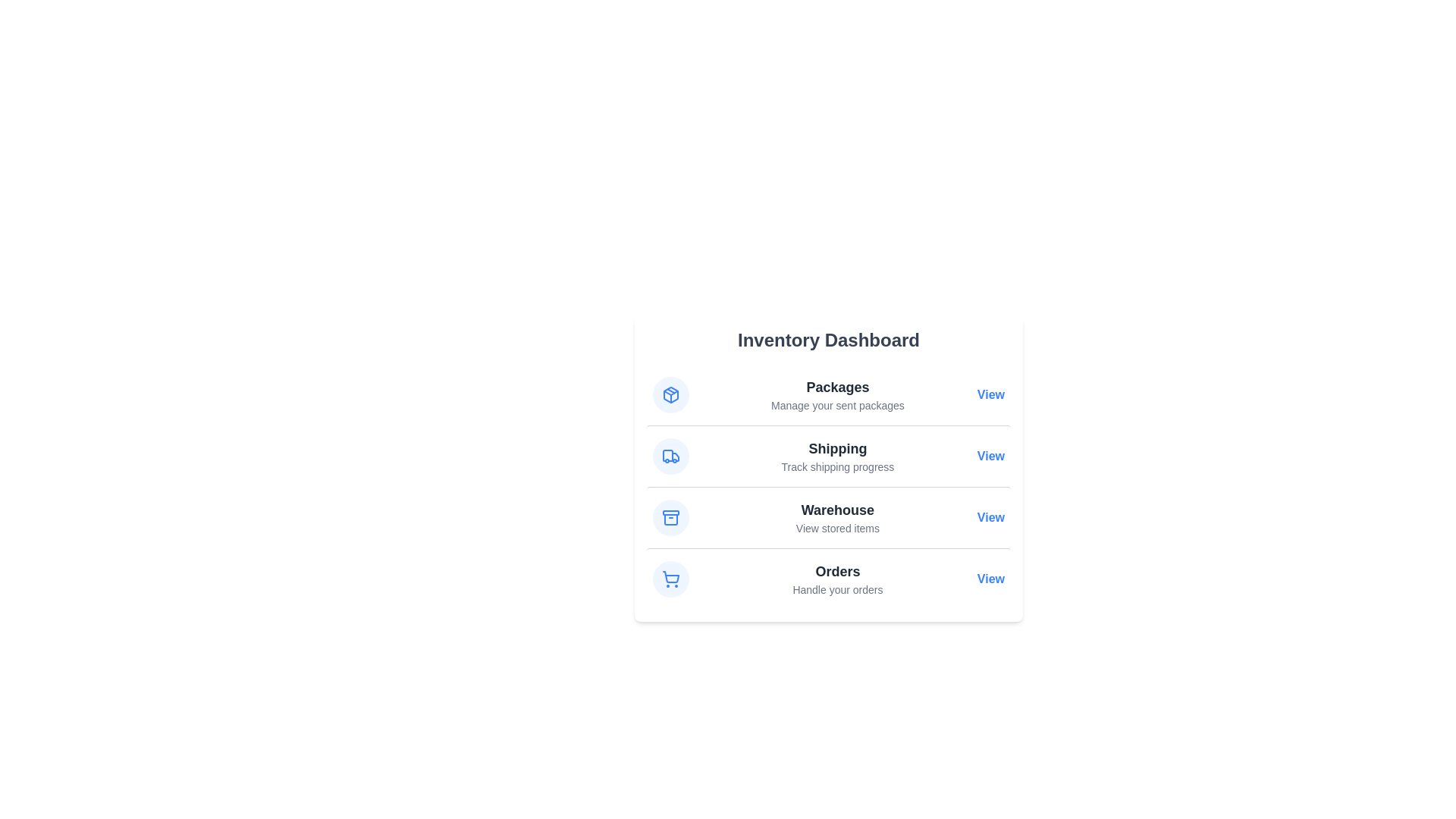 This screenshot has height=819, width=1456. What do you see at coordinates (828, 394) in the screenshot?
I see `the list item corresponding to Packages` at bounding box center [828, 394].